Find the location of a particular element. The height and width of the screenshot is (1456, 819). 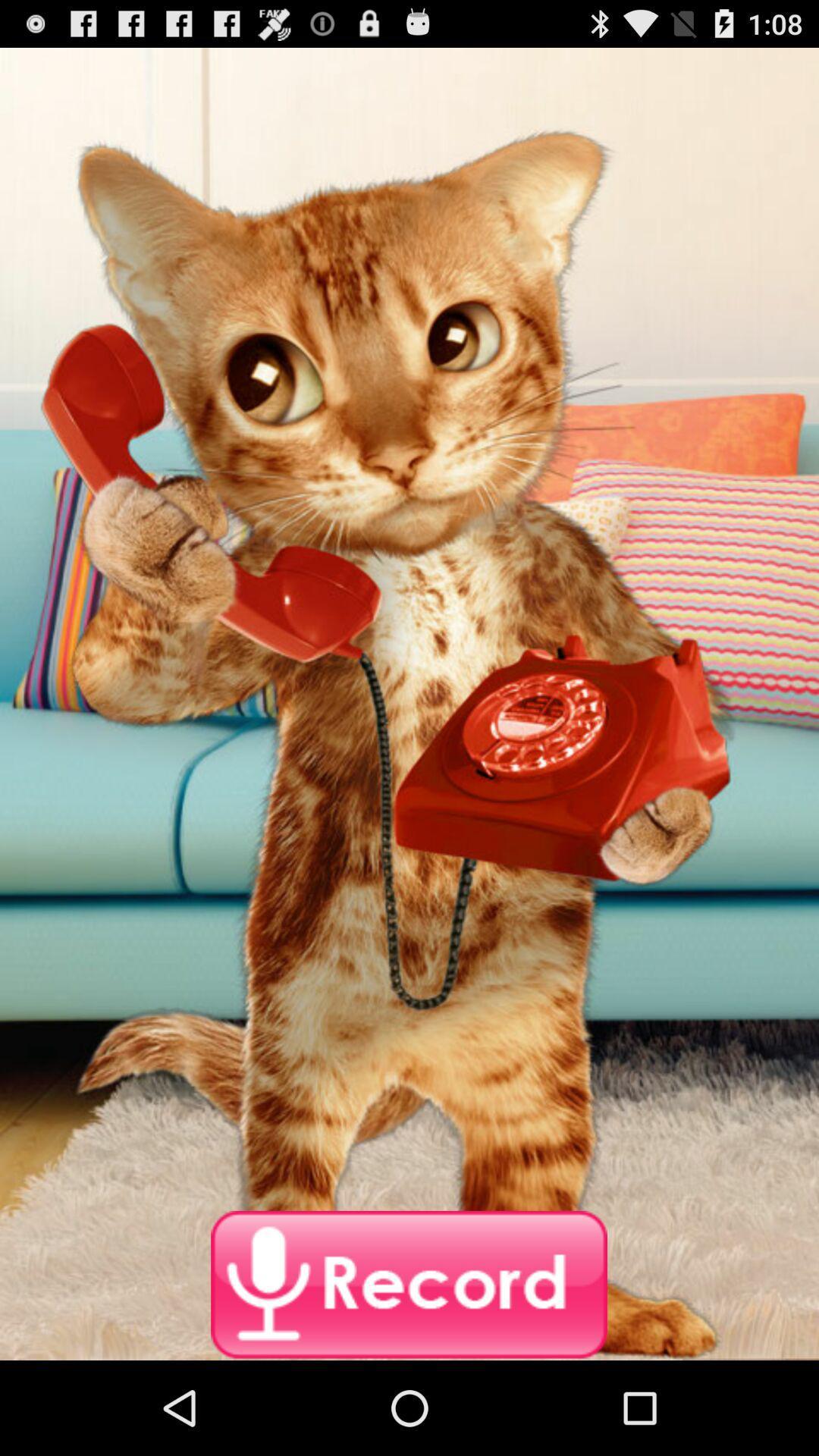

record is located at coordinates (408, 1285).